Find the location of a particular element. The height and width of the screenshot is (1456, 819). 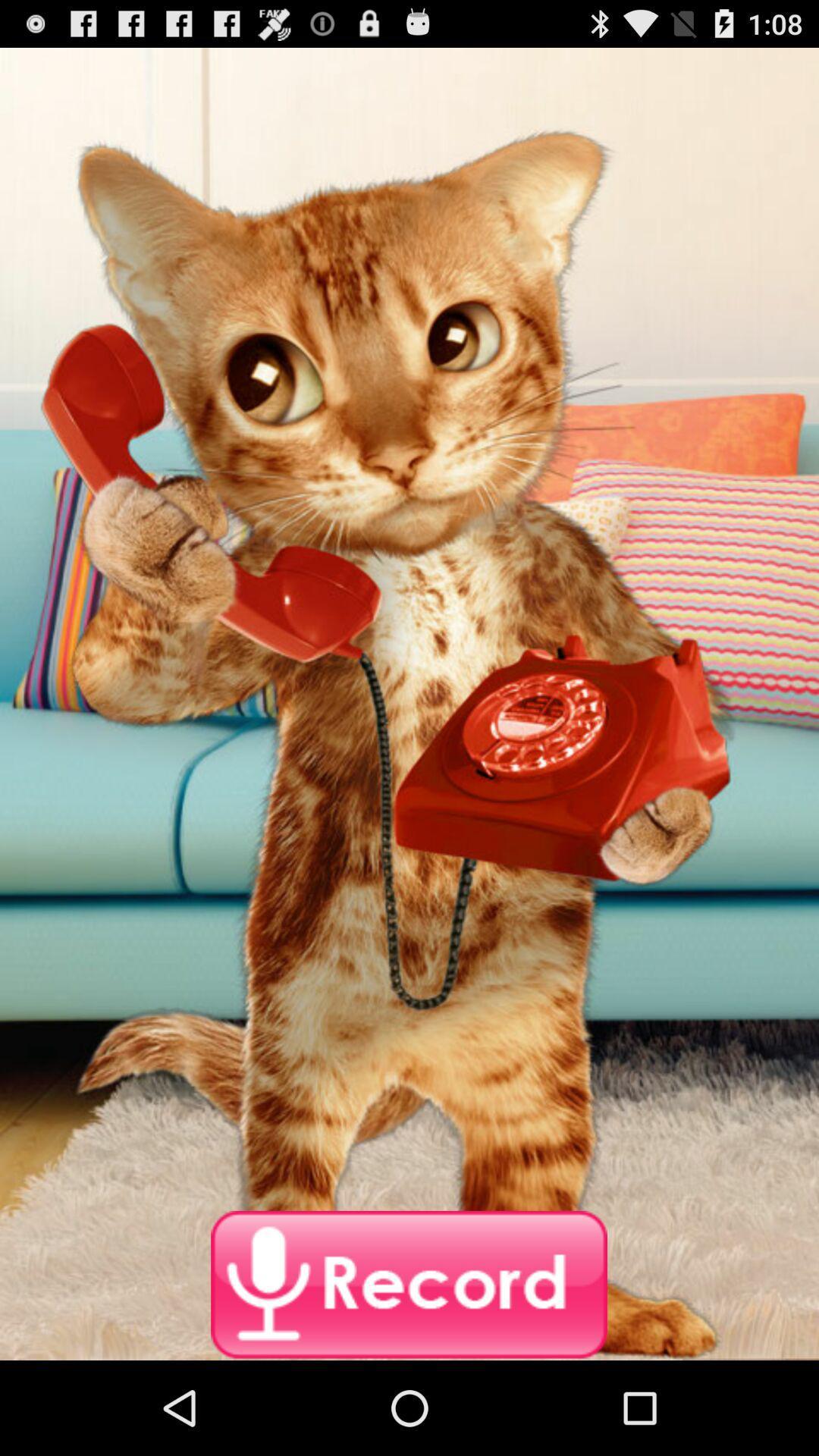

record is located at coordinates (408, 1285).